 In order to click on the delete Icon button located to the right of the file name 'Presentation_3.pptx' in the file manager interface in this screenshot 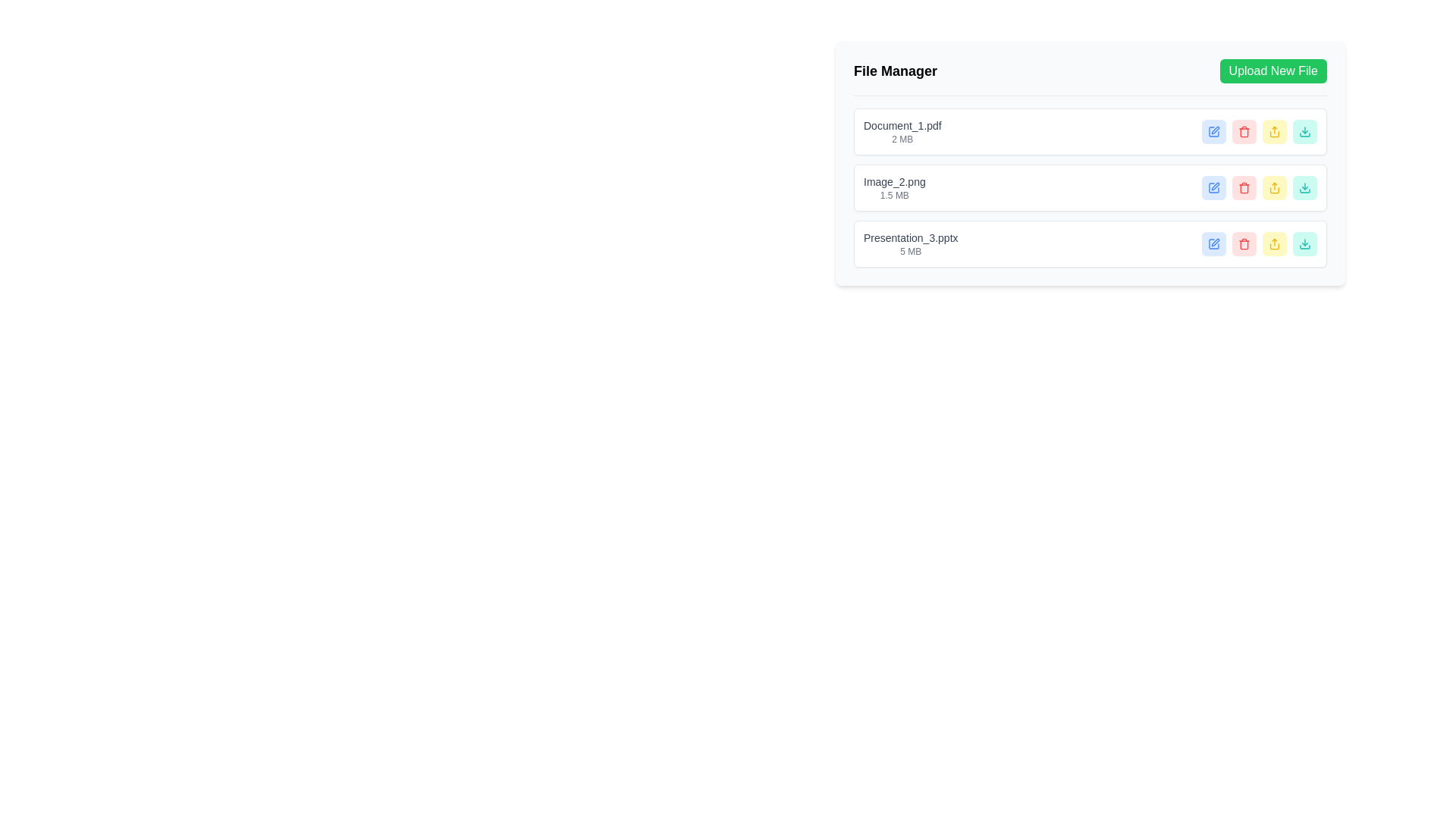, I will do `click(1244, 243)`.